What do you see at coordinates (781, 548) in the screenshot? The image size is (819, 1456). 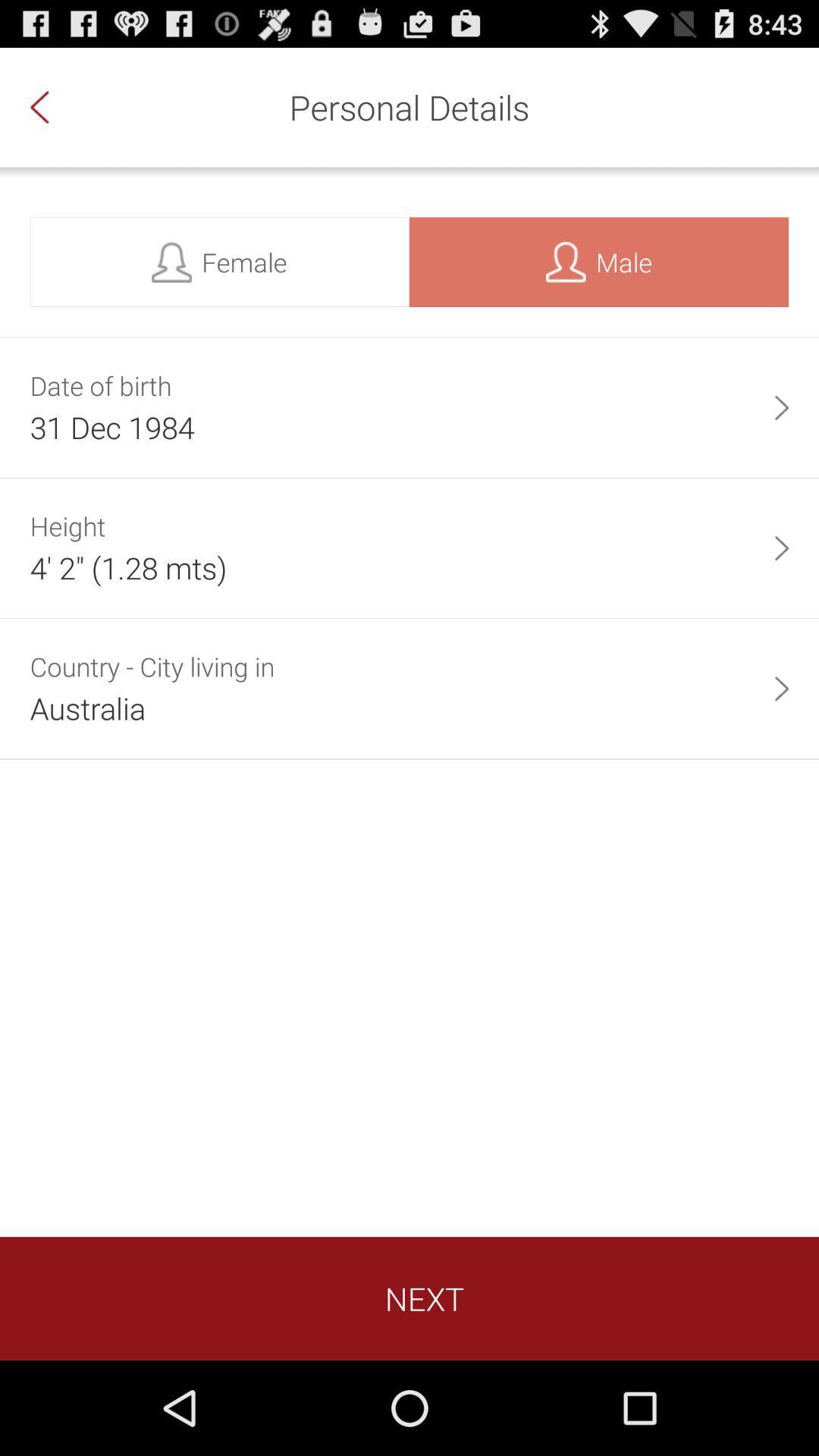 I see `the app next to 4 2 1` at bounding box center [781, 548].